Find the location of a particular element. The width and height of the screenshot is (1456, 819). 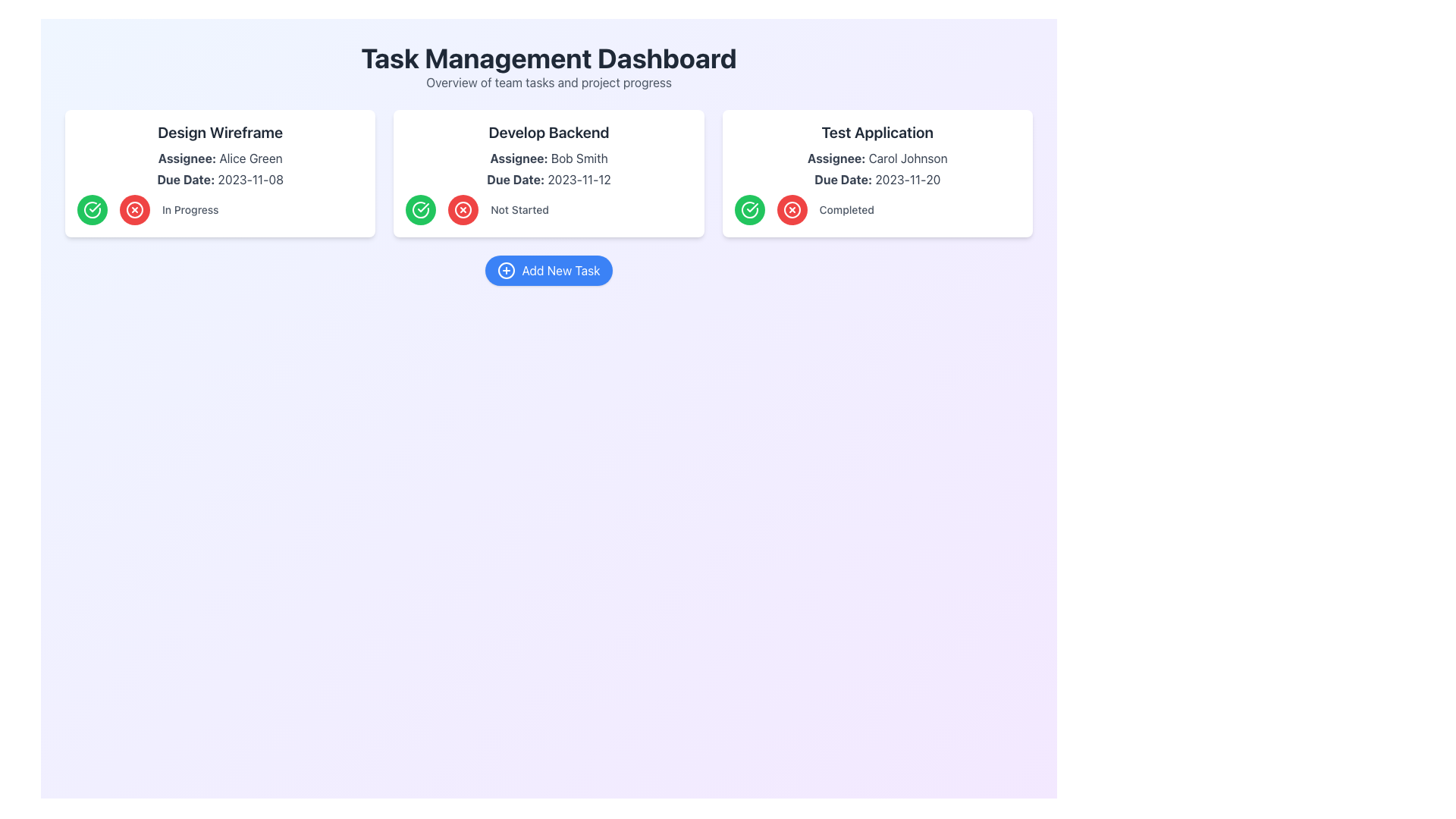

the supplementary Text Label located beneath the title 'Task Management Dashboard', which provides a description of the dashboard's purpose is located at coordinates (548, 82).